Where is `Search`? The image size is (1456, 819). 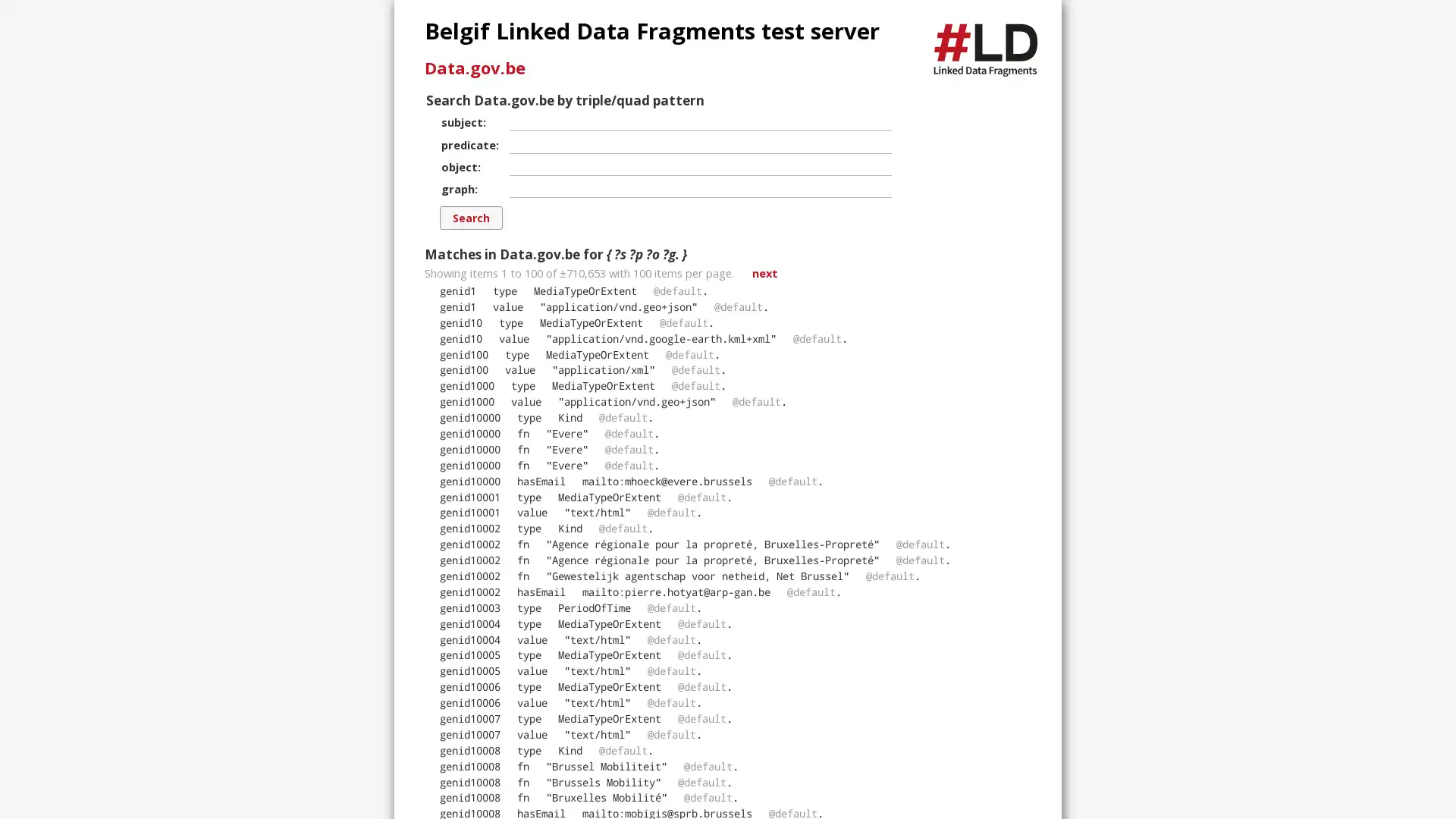 Search is located at coordinates (470, 218).